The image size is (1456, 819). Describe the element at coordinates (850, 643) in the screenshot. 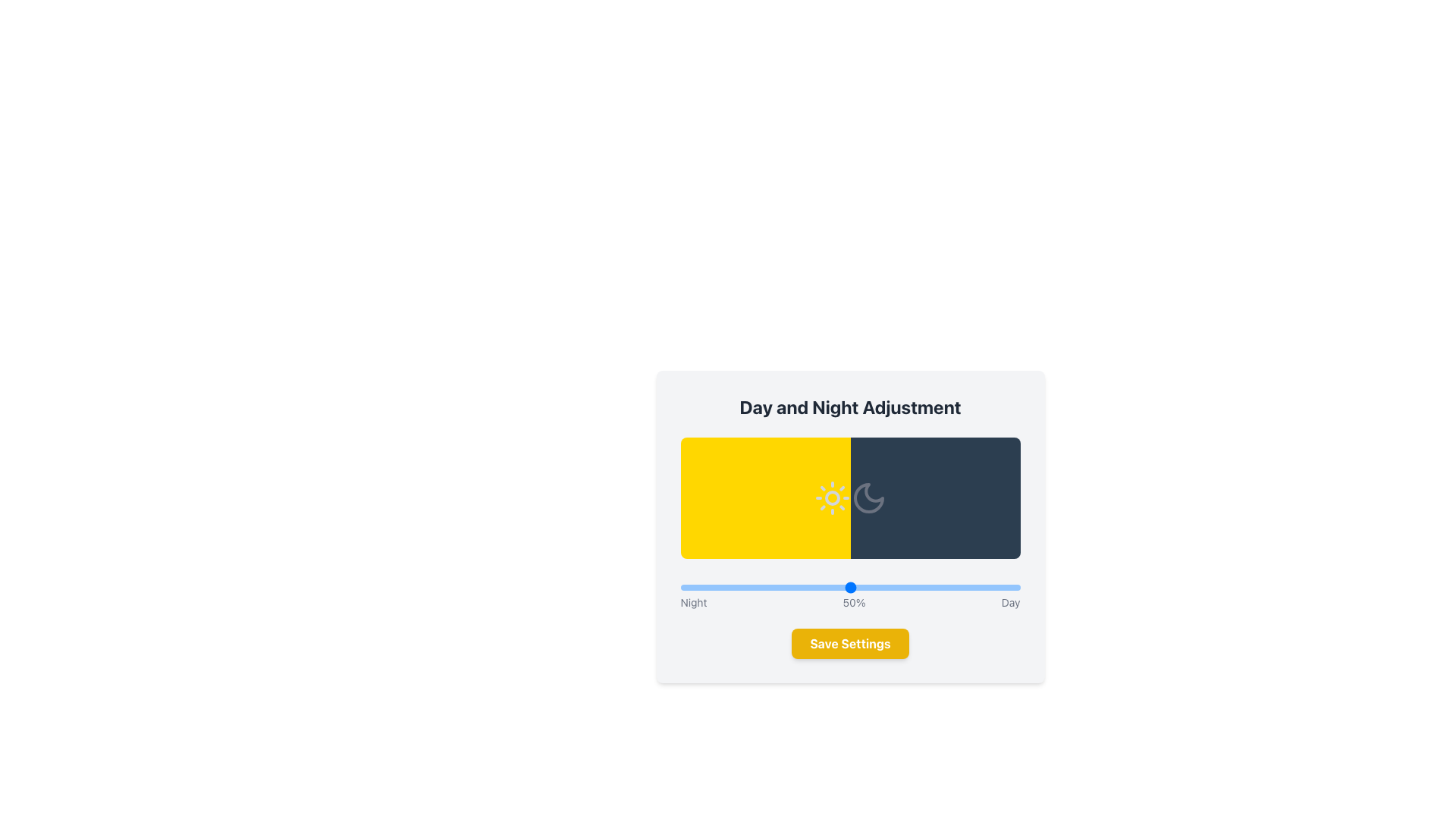

I see `the 'Save Settings' button with a yellow background and white bold text, to interact` at that location.